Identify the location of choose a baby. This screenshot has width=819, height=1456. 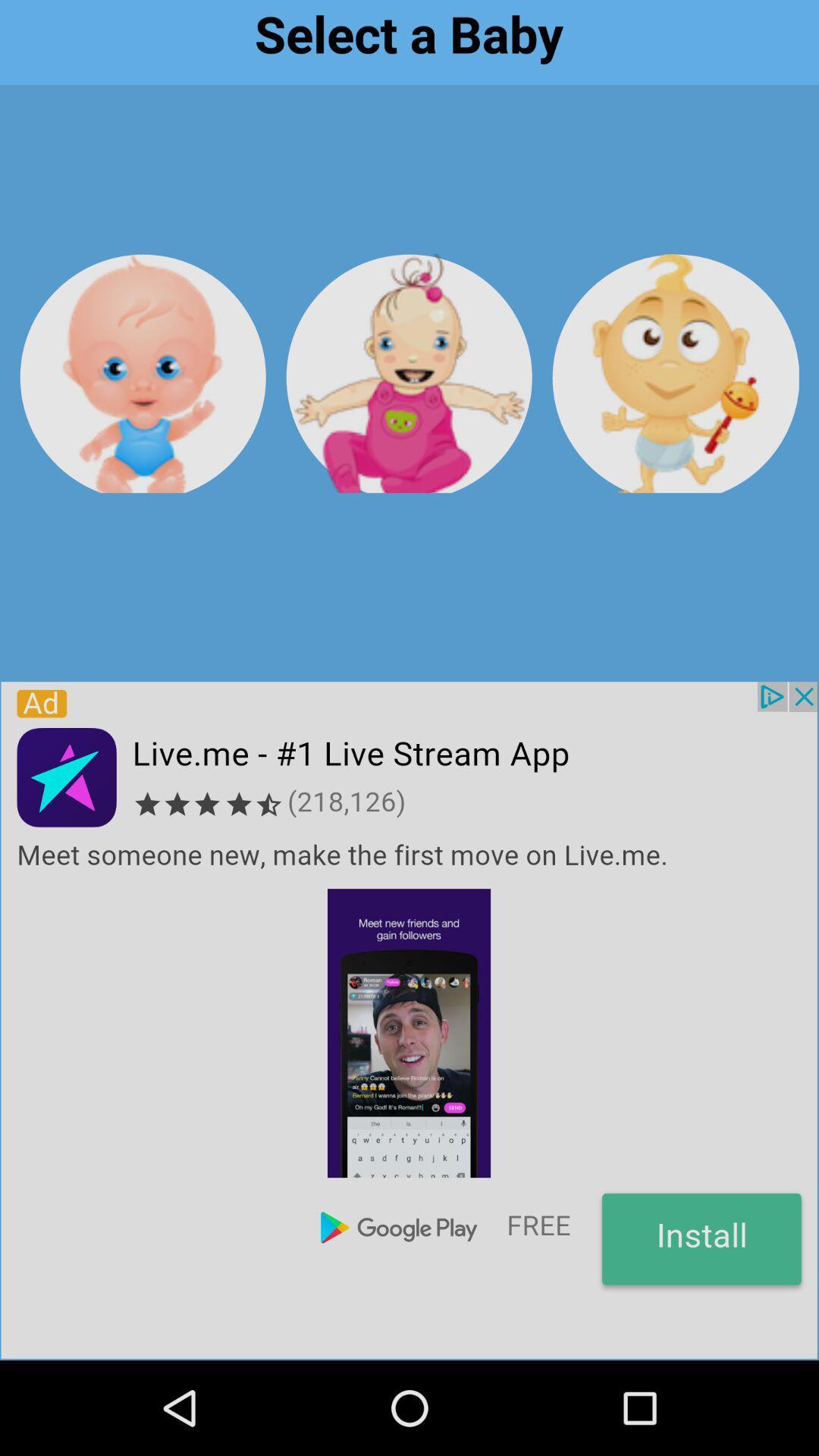
(675, 373).